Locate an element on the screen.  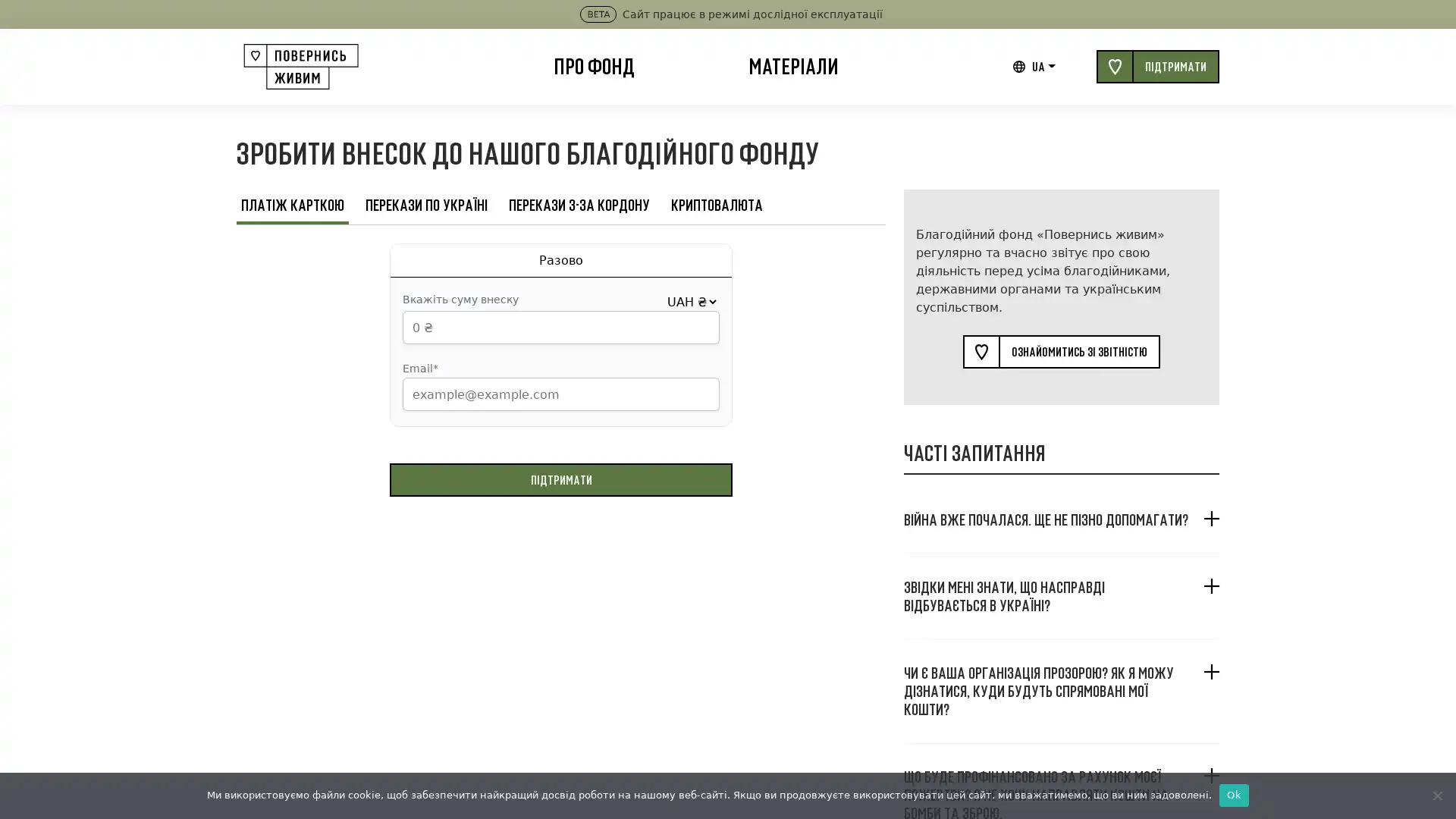
UA is located at coordinates (1043, 66).